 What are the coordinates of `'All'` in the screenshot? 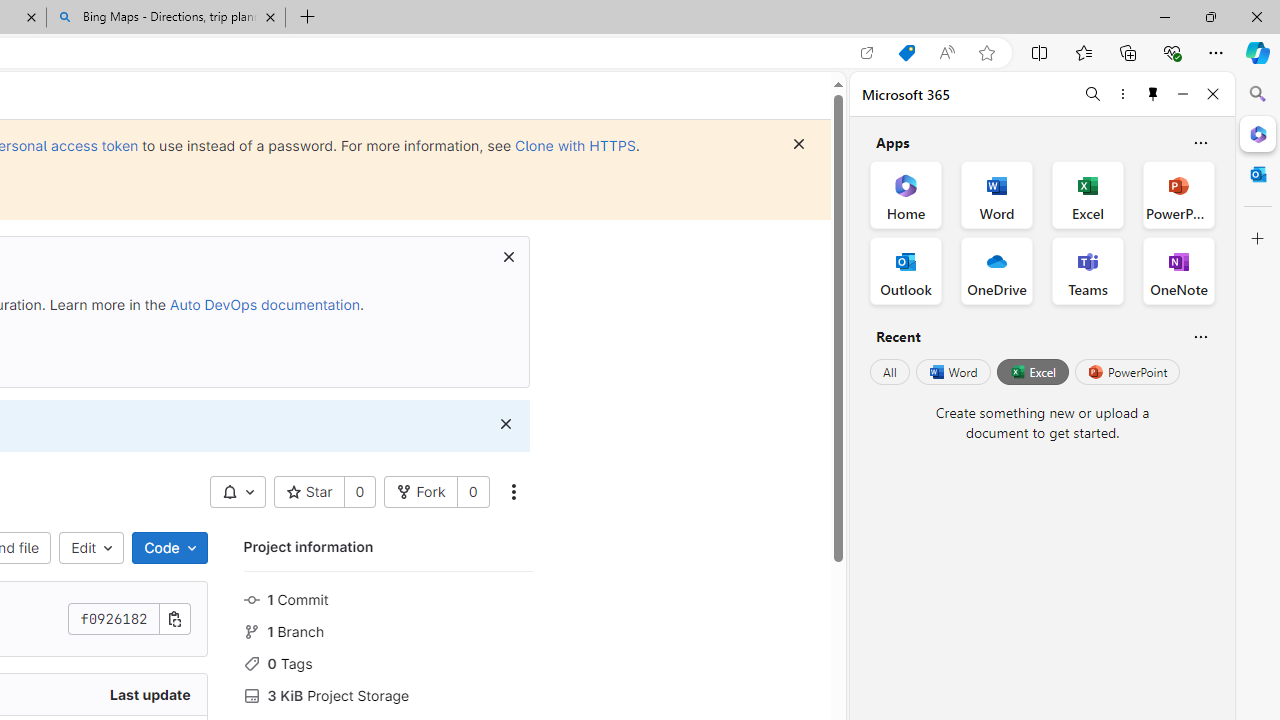 It's located at (889, 372).